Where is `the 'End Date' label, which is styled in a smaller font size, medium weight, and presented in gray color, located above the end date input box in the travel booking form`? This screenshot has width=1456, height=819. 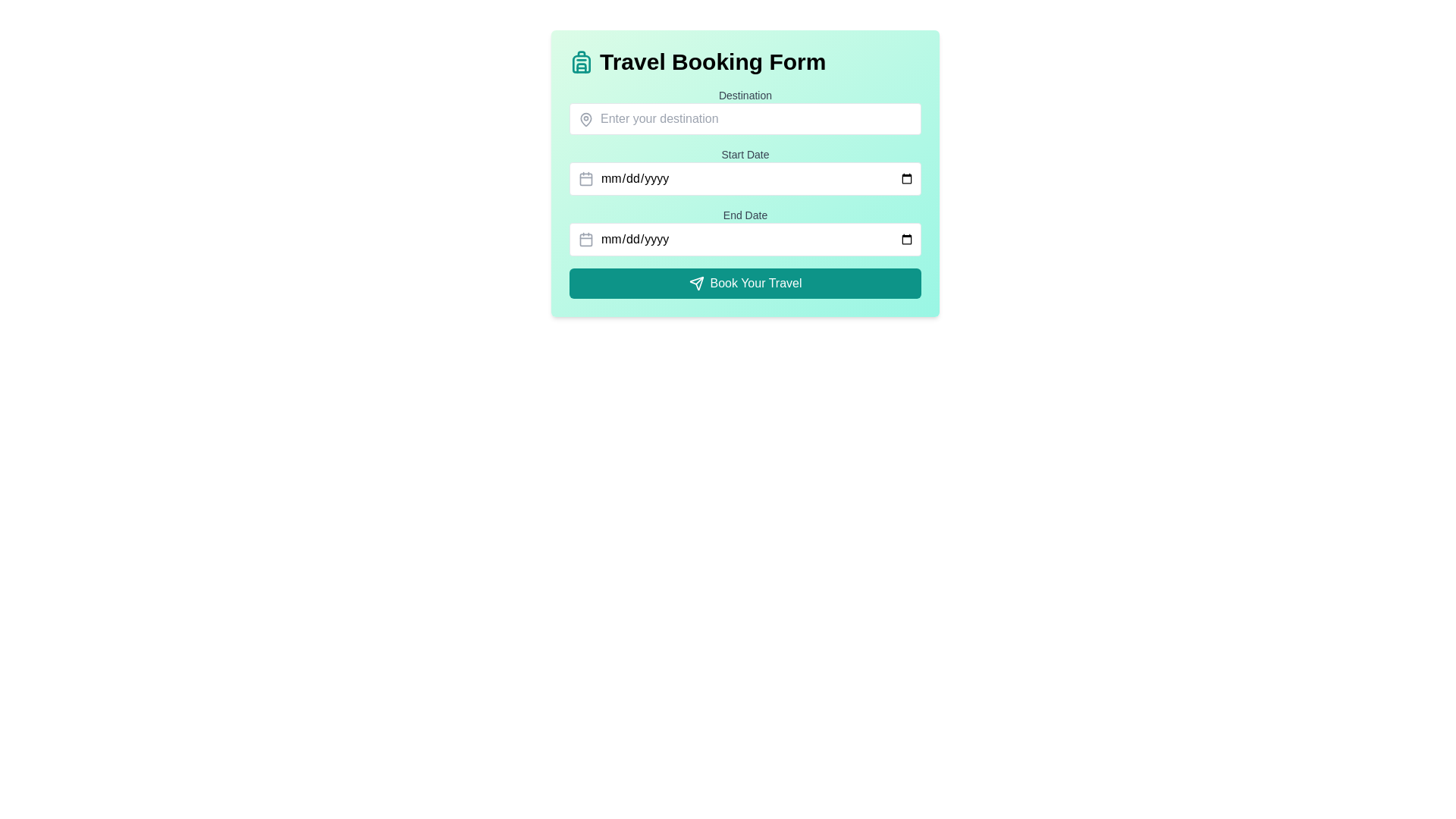 the 'End Date' label, which is styled in a smaller font size, medium weight, and presented in gray color, located above the end date input box in the travel booking form is located at coordinates (745, 215).